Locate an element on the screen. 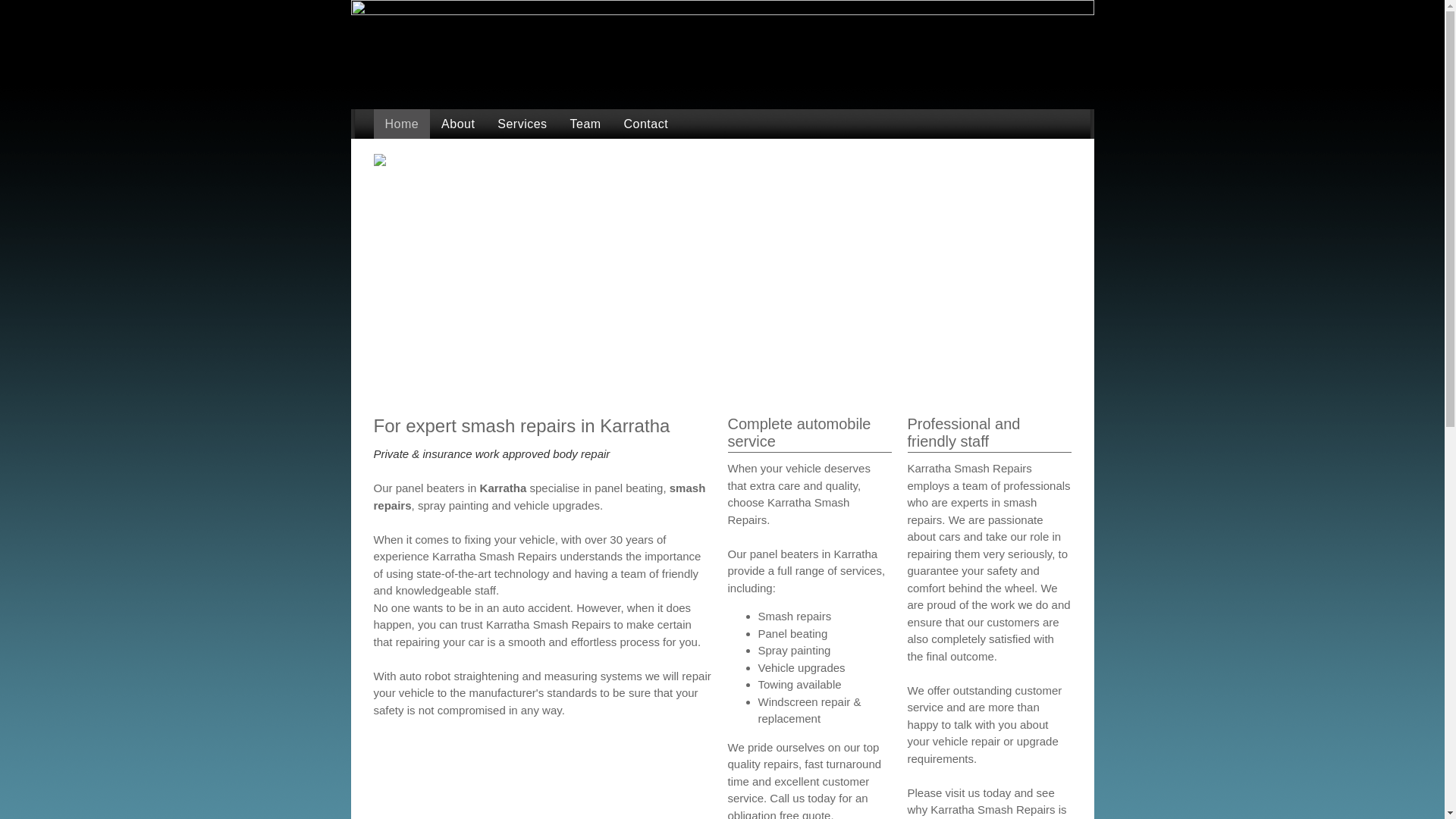  'Team' is located at coordinates (558, 124).